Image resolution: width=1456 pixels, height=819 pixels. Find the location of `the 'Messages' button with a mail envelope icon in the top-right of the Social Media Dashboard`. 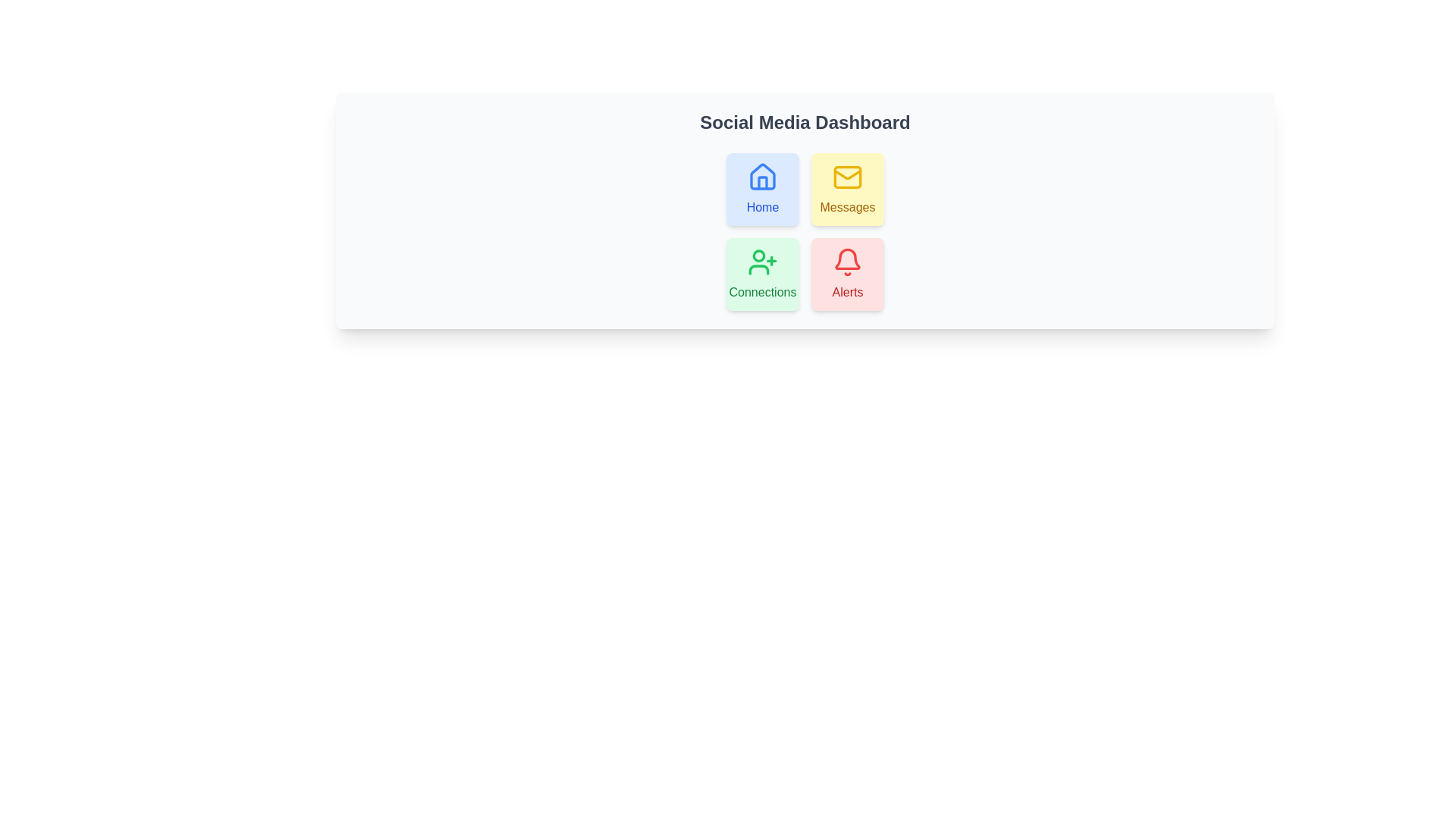

the 'Messages' button with a mail envelope icon in the top-right of the Social Media Dashboard is located at coordinates (847, 189).